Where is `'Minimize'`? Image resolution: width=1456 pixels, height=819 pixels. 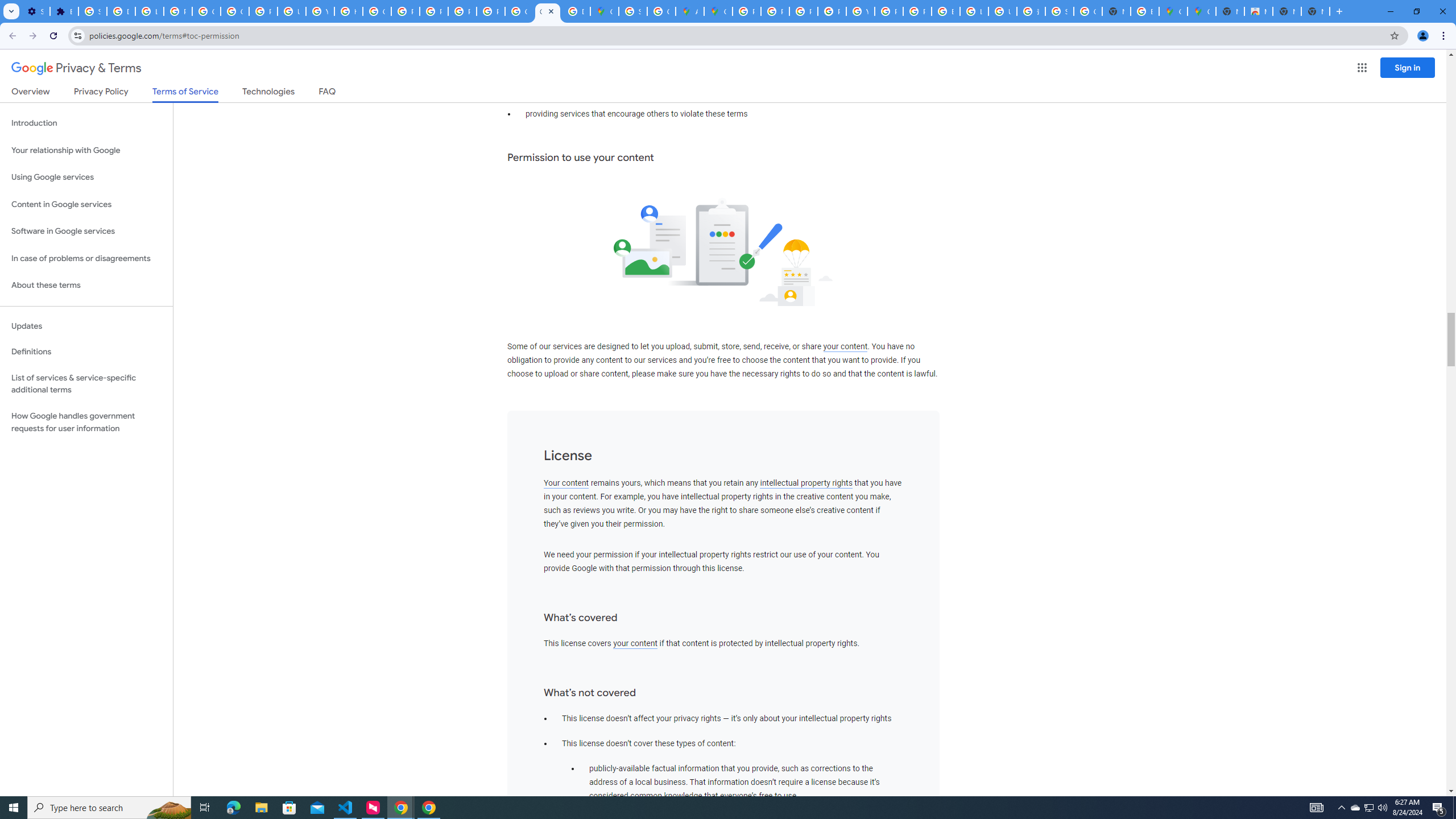
'Minimize' is located at coordinates (1389, 11).